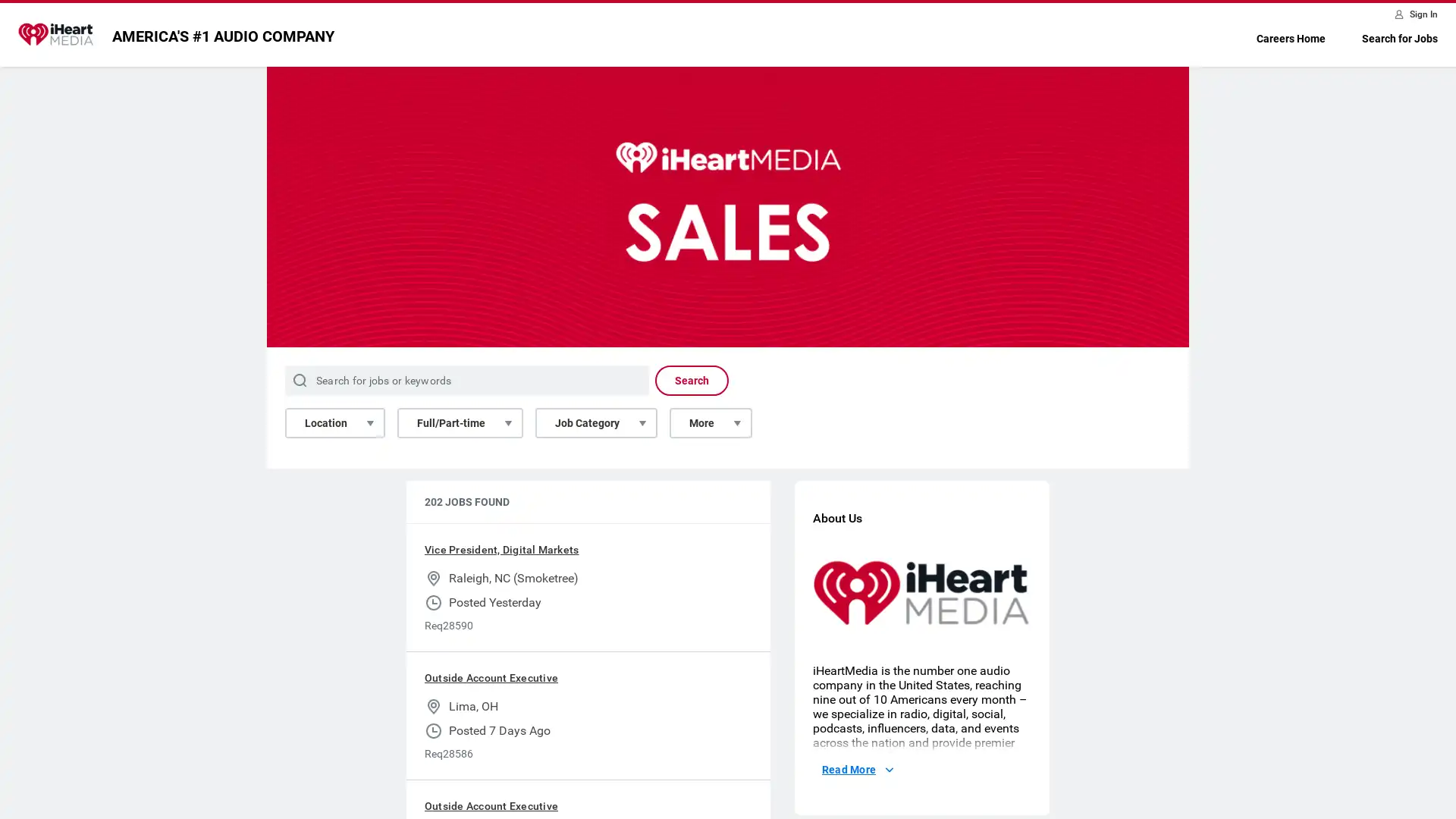 This screenshot has width=1456, height=819. I want to click on More, so click(710, 423).